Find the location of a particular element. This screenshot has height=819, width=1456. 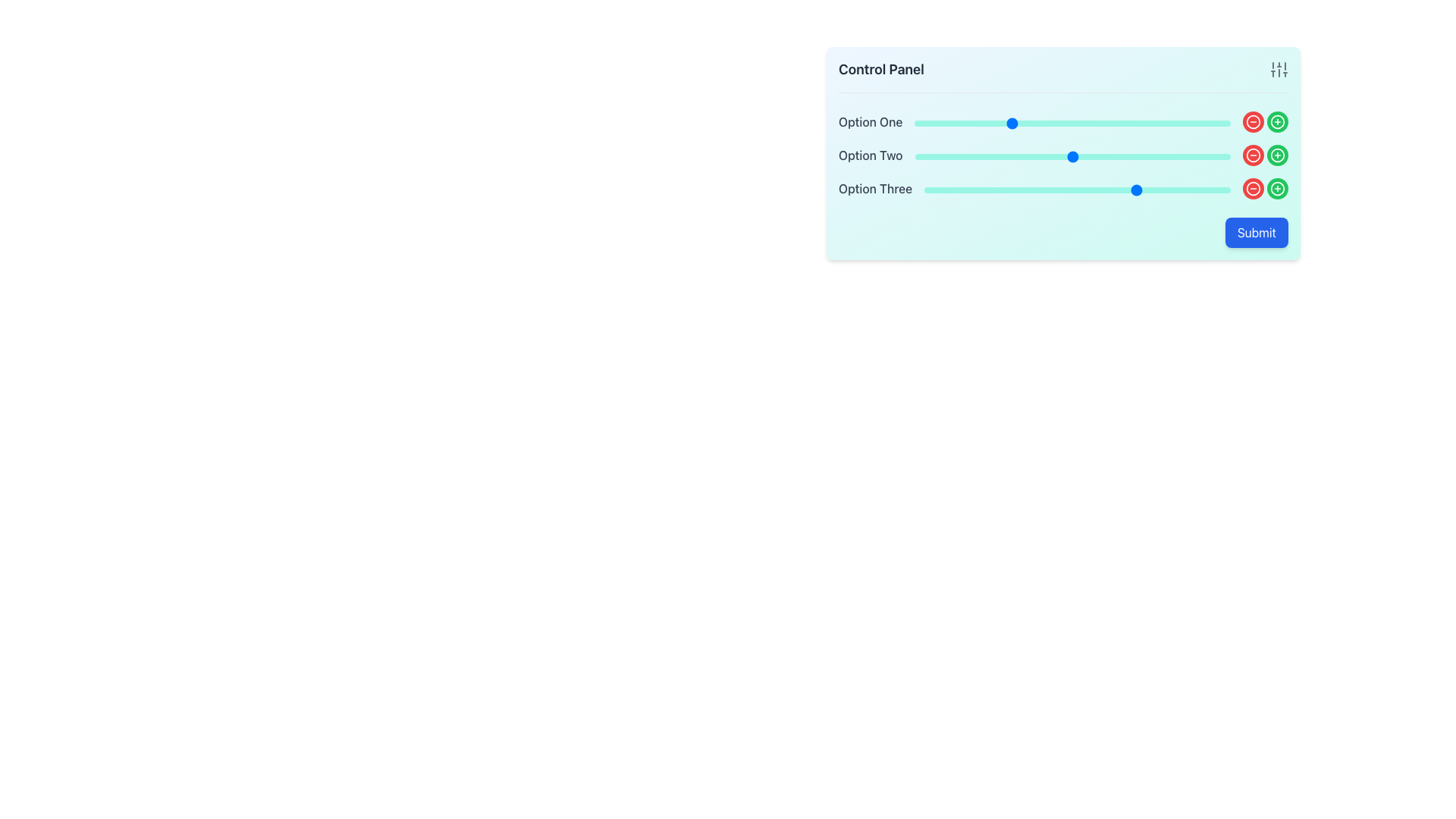

the slider is located at coordinates (1031, 157).